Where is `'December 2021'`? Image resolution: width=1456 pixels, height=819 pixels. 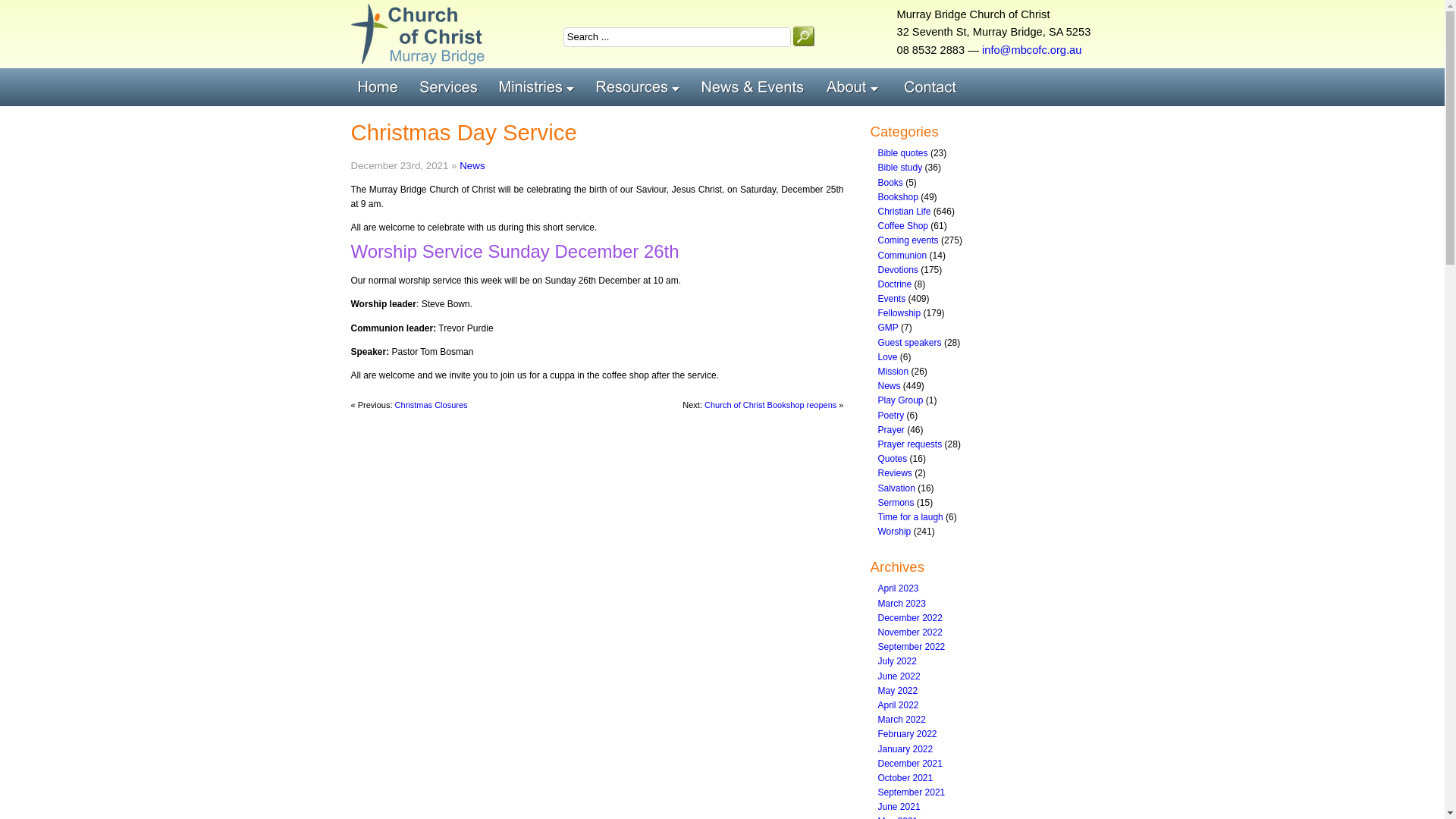
'December 2021' is located at coordinates (877, 763).